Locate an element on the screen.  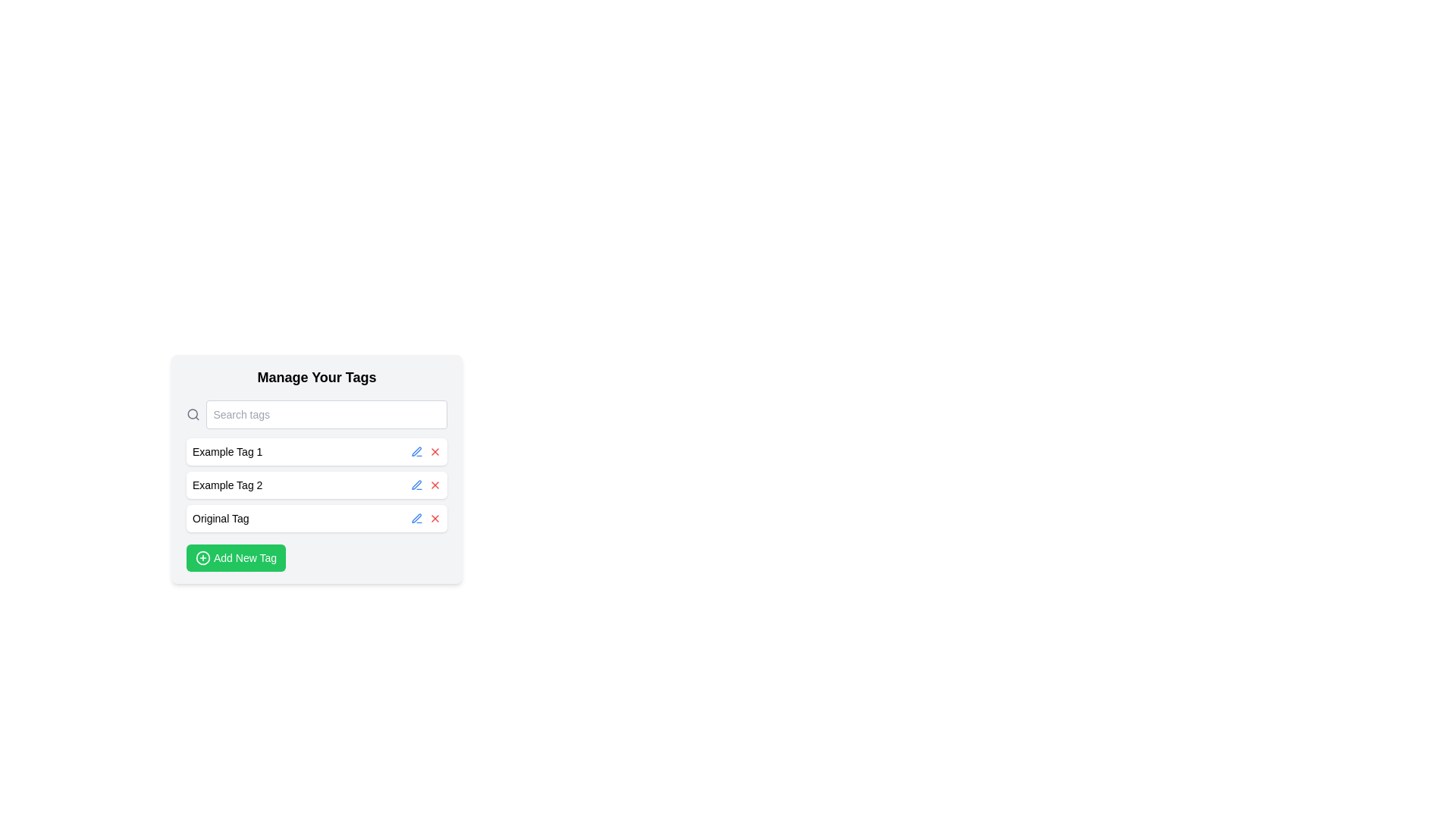
the delete button located to the right of the 'Original Tag' text is located at coordinates (435, 517).